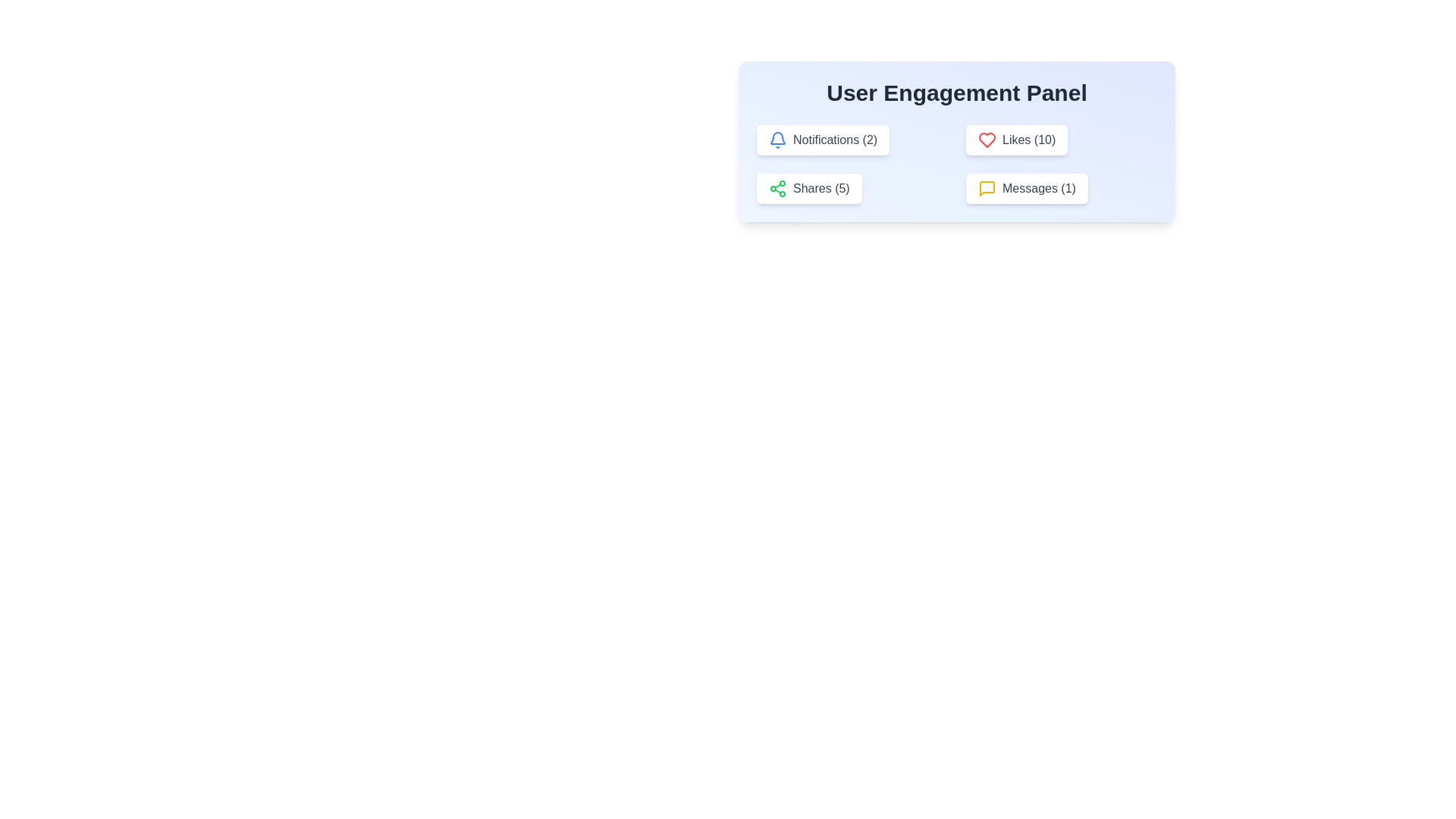 The image size is (1456, 819). What do you see at coordinates (1017, 140) in the screenshot?
I see `the Interactive button with a heart icon and text label 'Likes (10)'` at bounding box center [1017, 140].